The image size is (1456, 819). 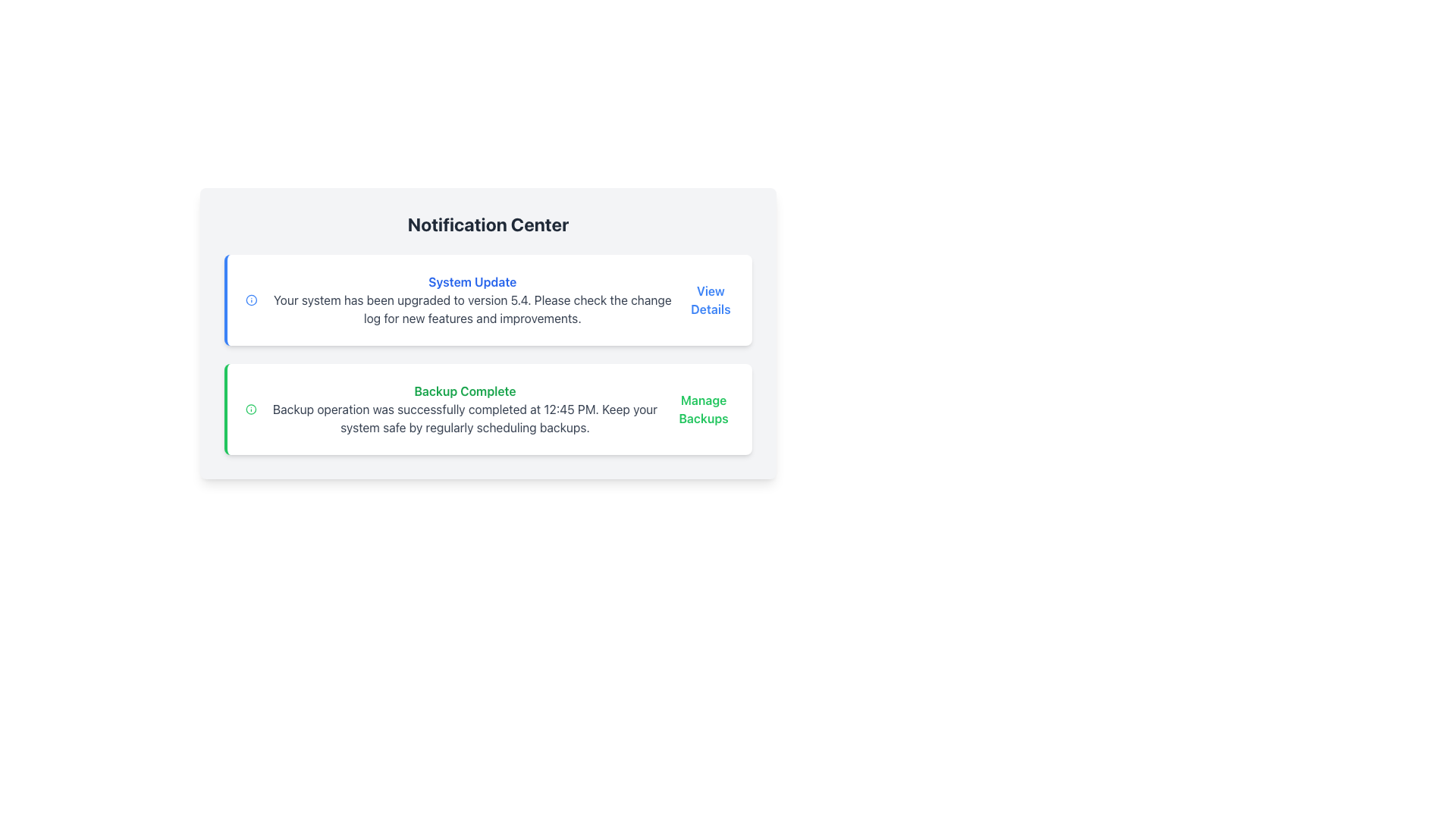 What do you see at coordinates (251, 409) in the screenshot?
I see `SVG Circle element within the 'Backup Complete' notification card by triggering the developer tools` at bounding box center [251, 409].